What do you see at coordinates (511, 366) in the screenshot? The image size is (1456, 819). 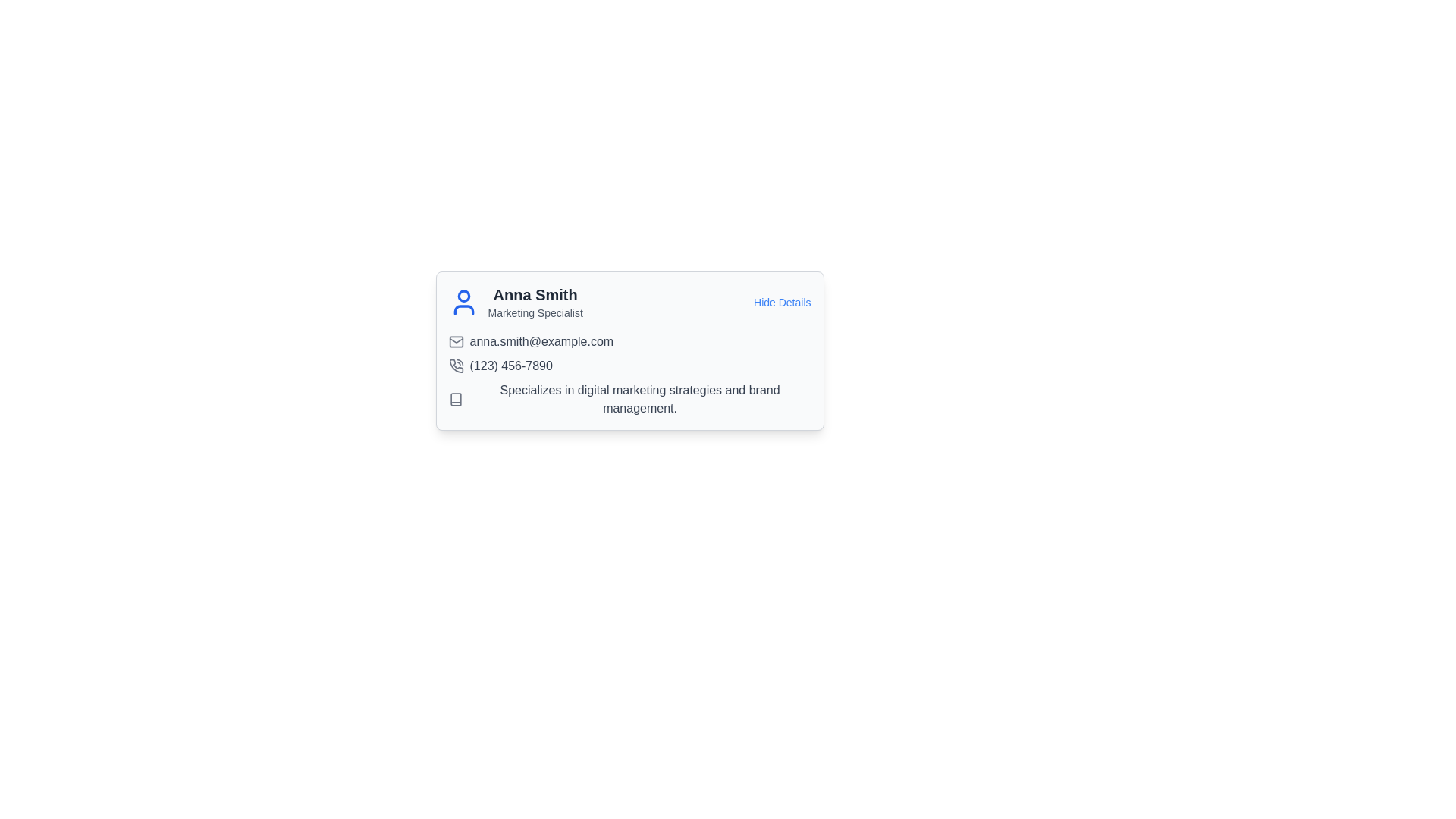 I see `the gray text displaying the phone number '(123) 456-7890' located` at bounding box center [511, 366].